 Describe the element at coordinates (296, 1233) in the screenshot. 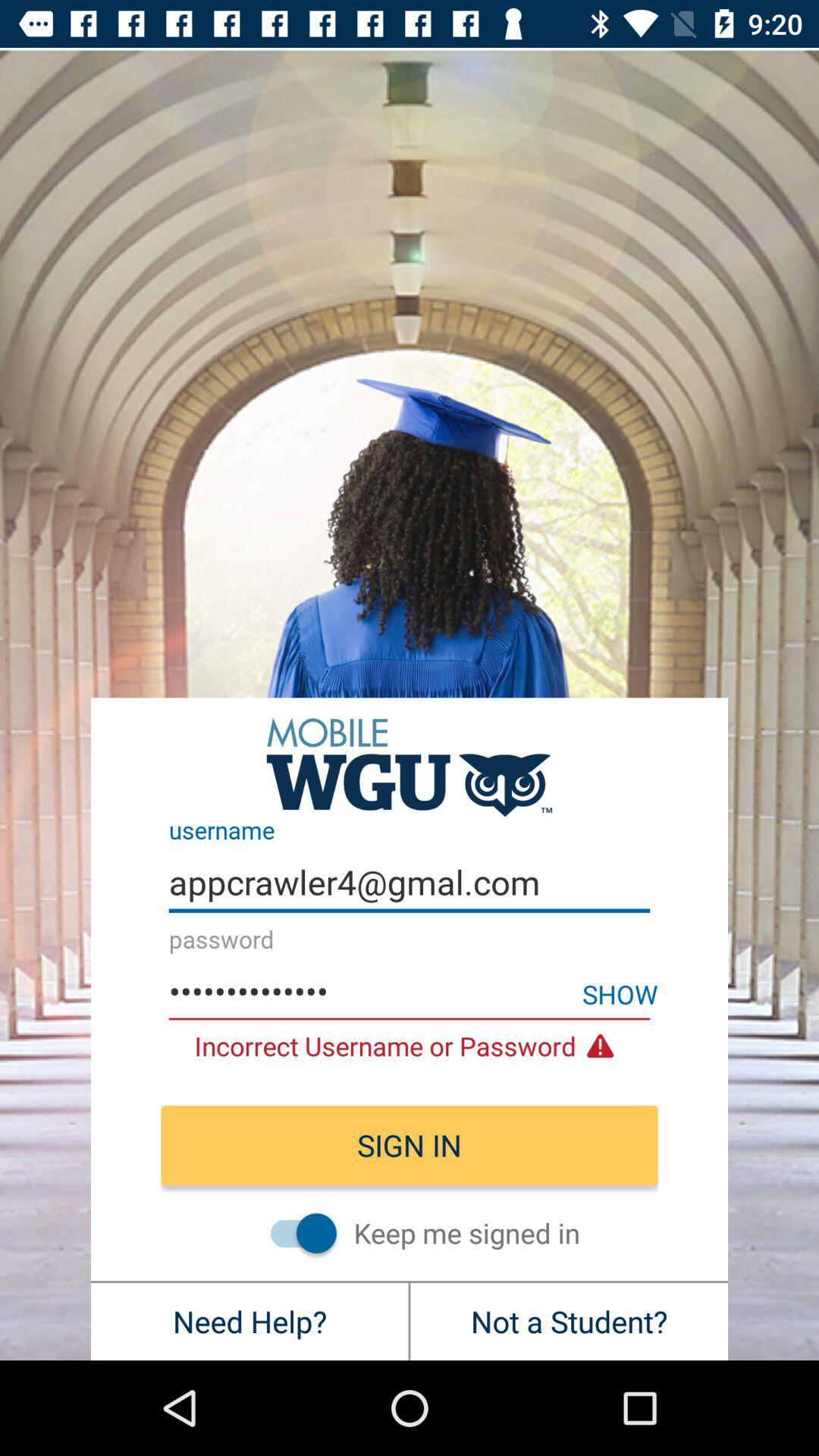

I see `the icon next to keep me signed` at that location.